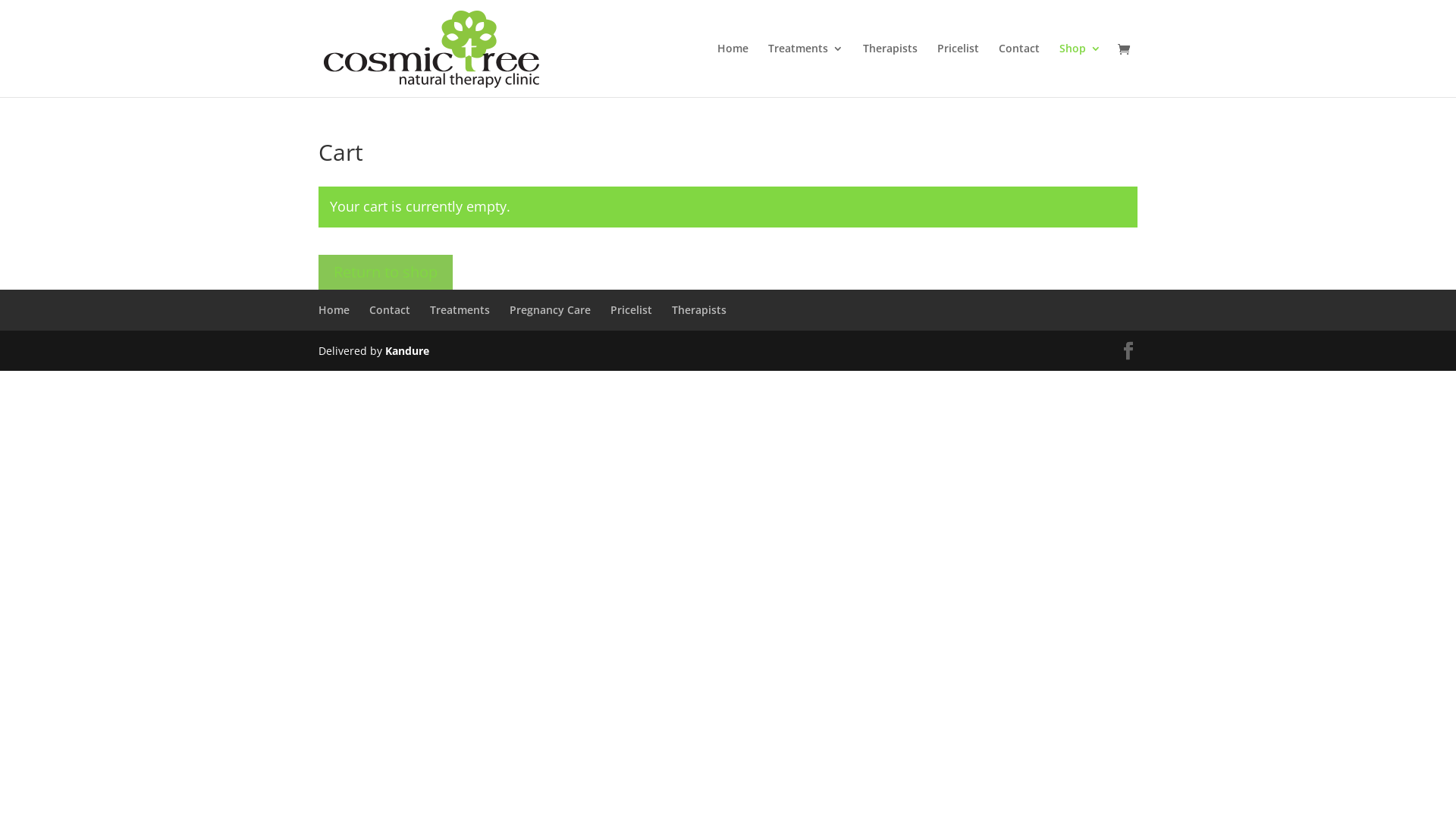  What do you see at coordinates (385, 271) in the screenshot?
I see `'Return to shop'` at bounding box center [385, 271].